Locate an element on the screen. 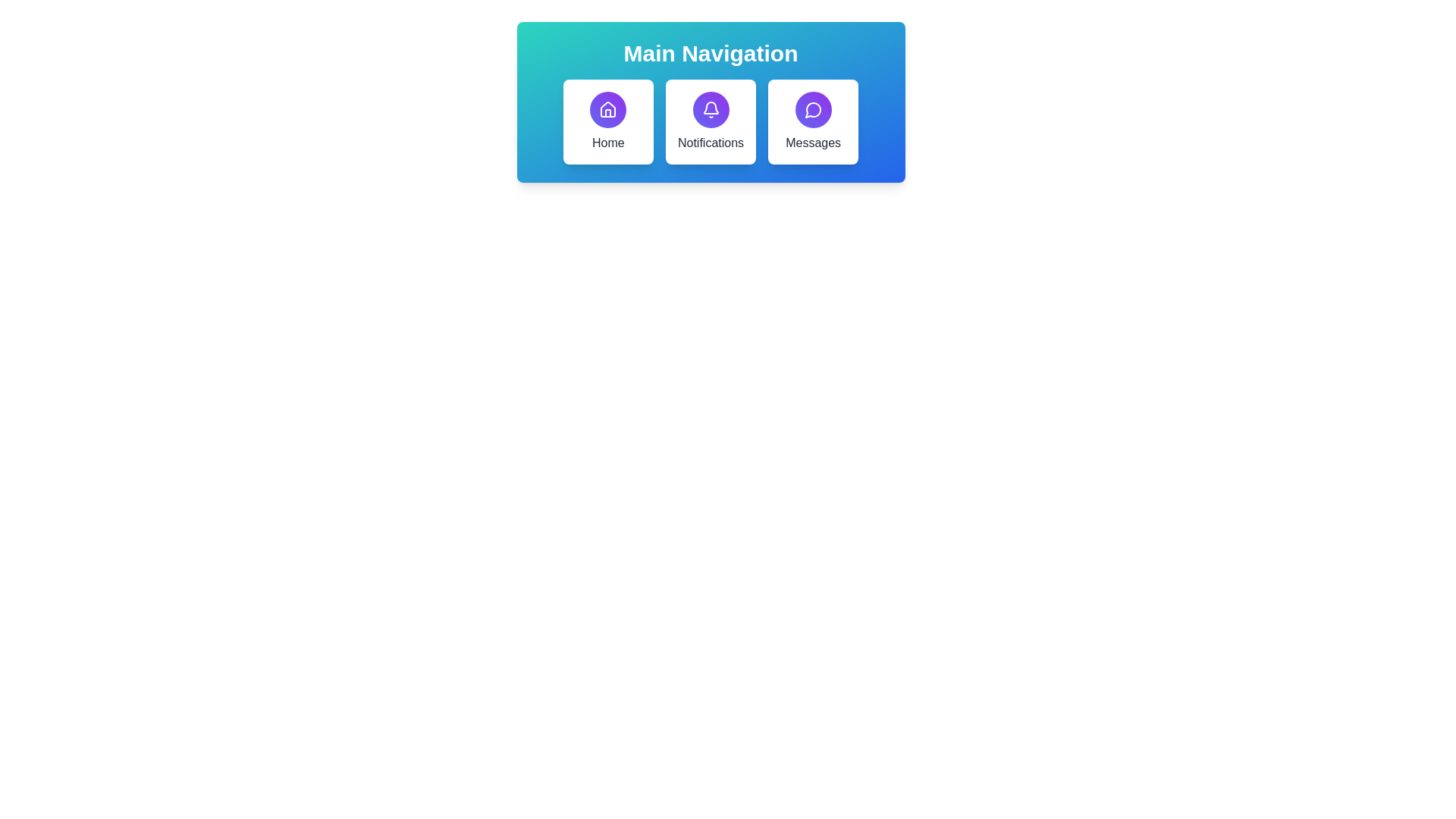 The height and width of the screenshot is (819, 1456). text label located at the top-center of the navigation section, which serves as a title for the surrounding content is located at coordinates (710, 52).